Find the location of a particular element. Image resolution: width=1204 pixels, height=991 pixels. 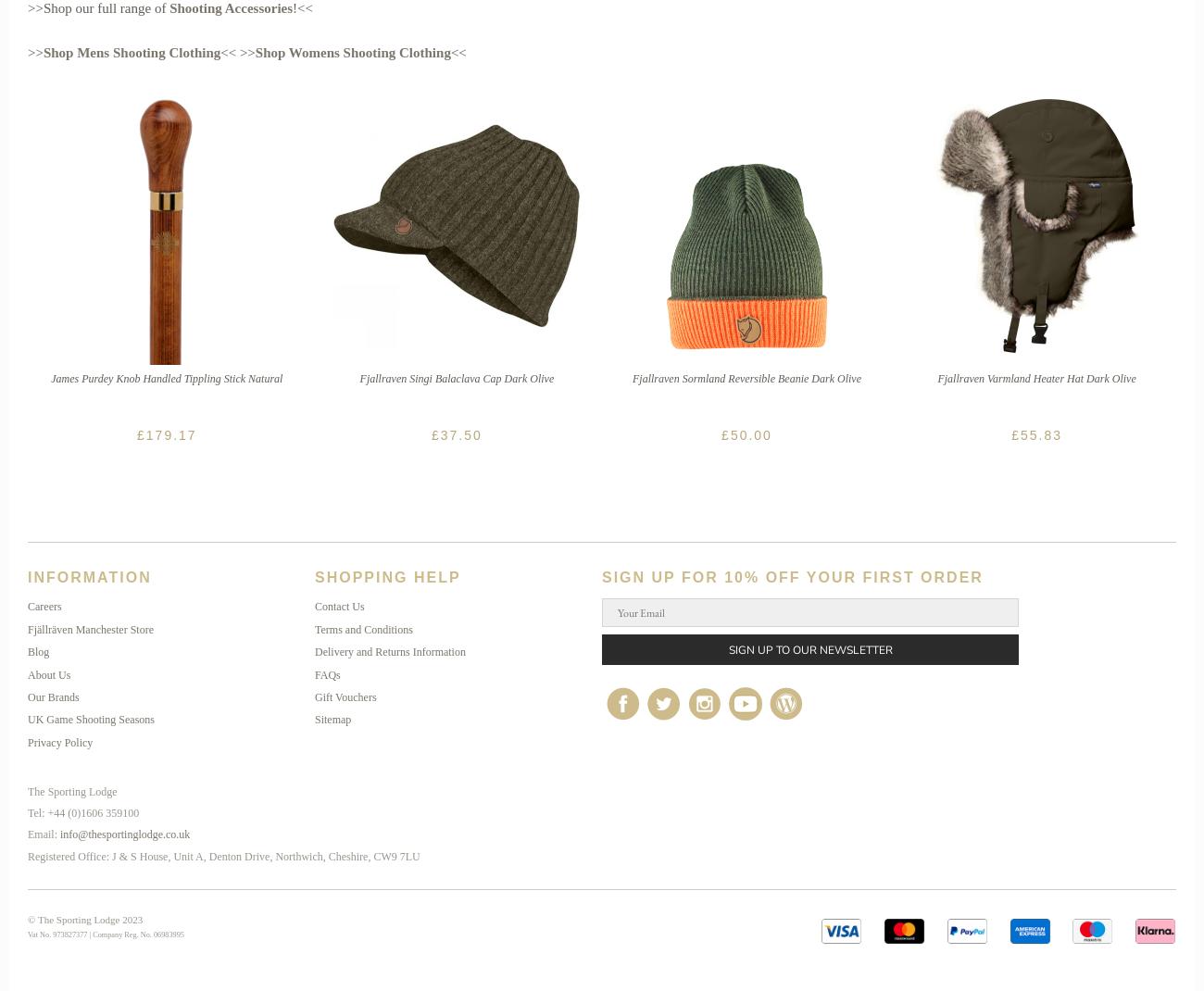

'179.17' is located at coordinates (170, 435).